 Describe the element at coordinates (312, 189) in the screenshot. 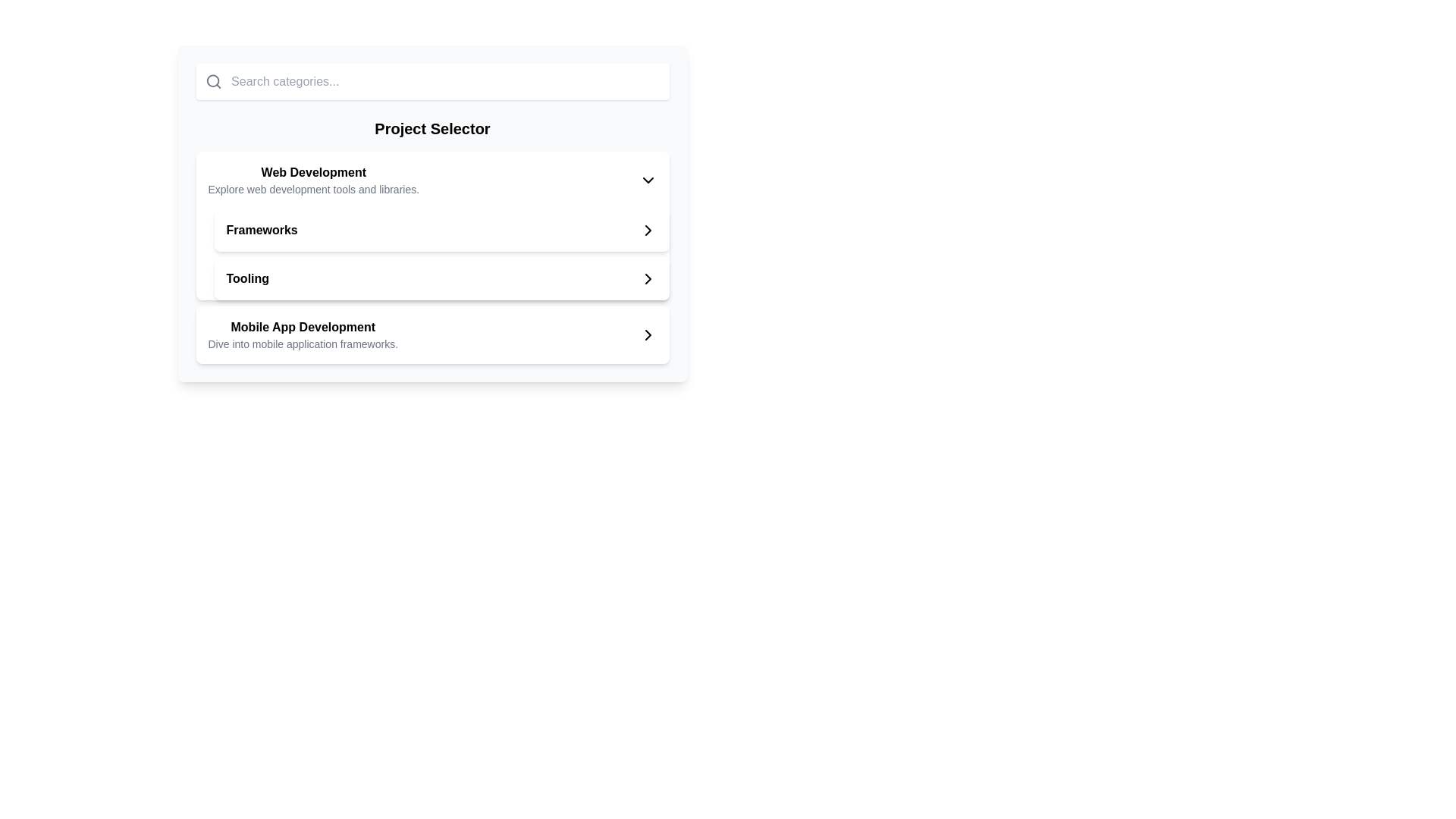

I see `the descriptive text element that provides contextual information for the 'Web Development' section, located below the 'Web Development' heading` at that location.